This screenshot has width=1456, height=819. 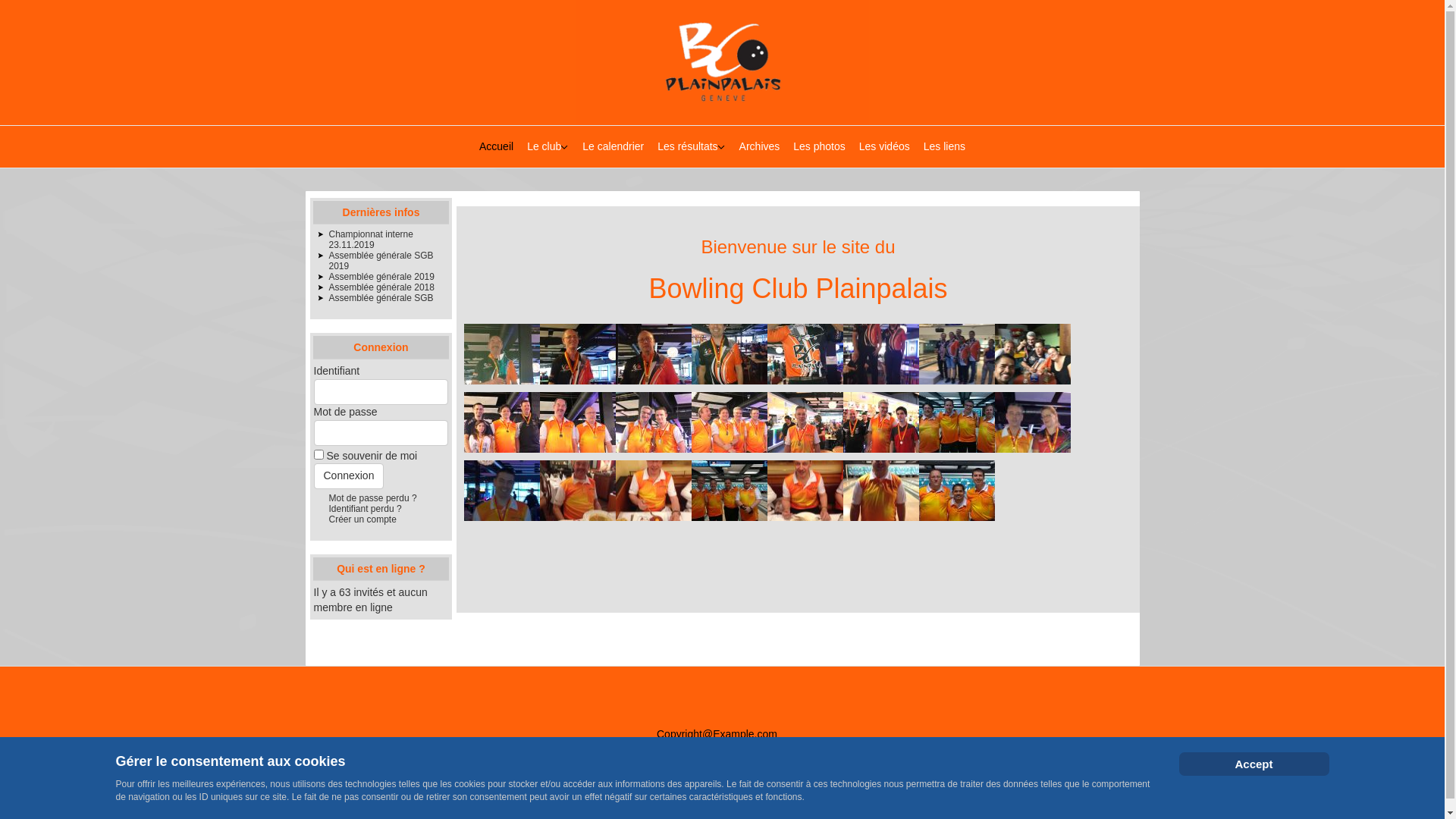 What do you see at coordinates (496, 146) in the screenshot?
I see `'Accueil'` at bounding box center [496, 146].